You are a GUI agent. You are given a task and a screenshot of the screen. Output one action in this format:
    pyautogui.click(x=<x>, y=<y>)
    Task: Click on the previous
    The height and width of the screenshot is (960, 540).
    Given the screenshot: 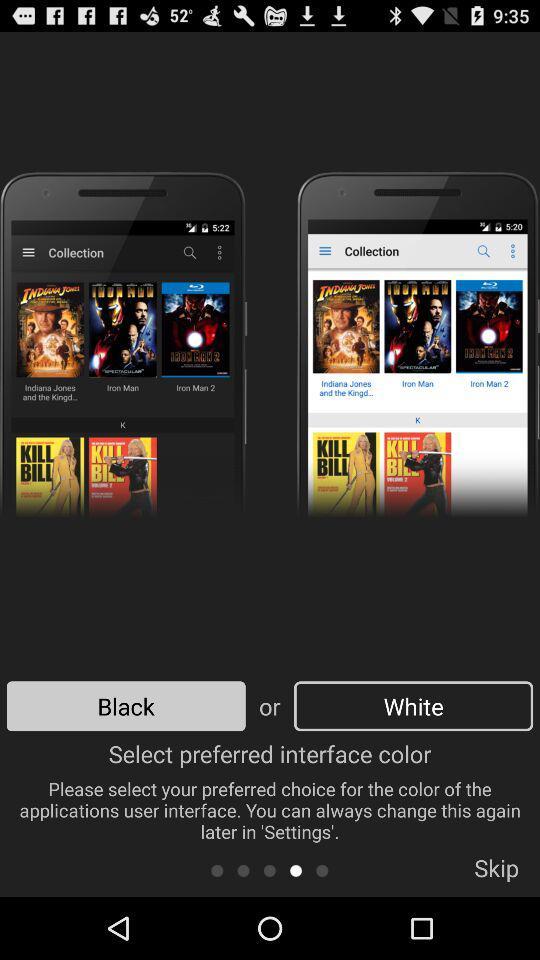 What is the action you would take?
    pyautogui.click(x=322, y=869)
    